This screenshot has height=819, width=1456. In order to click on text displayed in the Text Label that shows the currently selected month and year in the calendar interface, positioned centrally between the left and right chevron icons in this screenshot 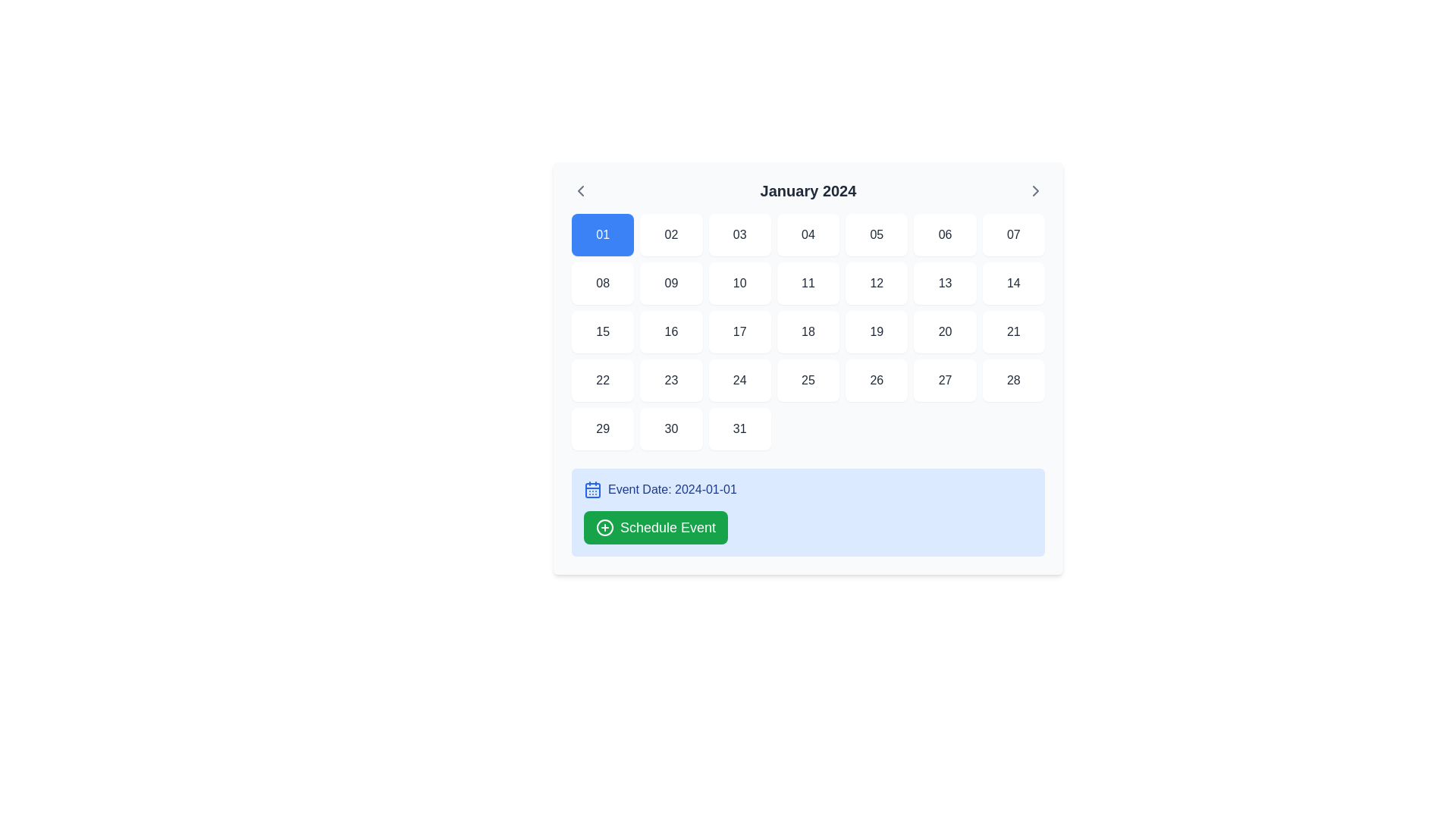, I will do `click(807, 190)`.